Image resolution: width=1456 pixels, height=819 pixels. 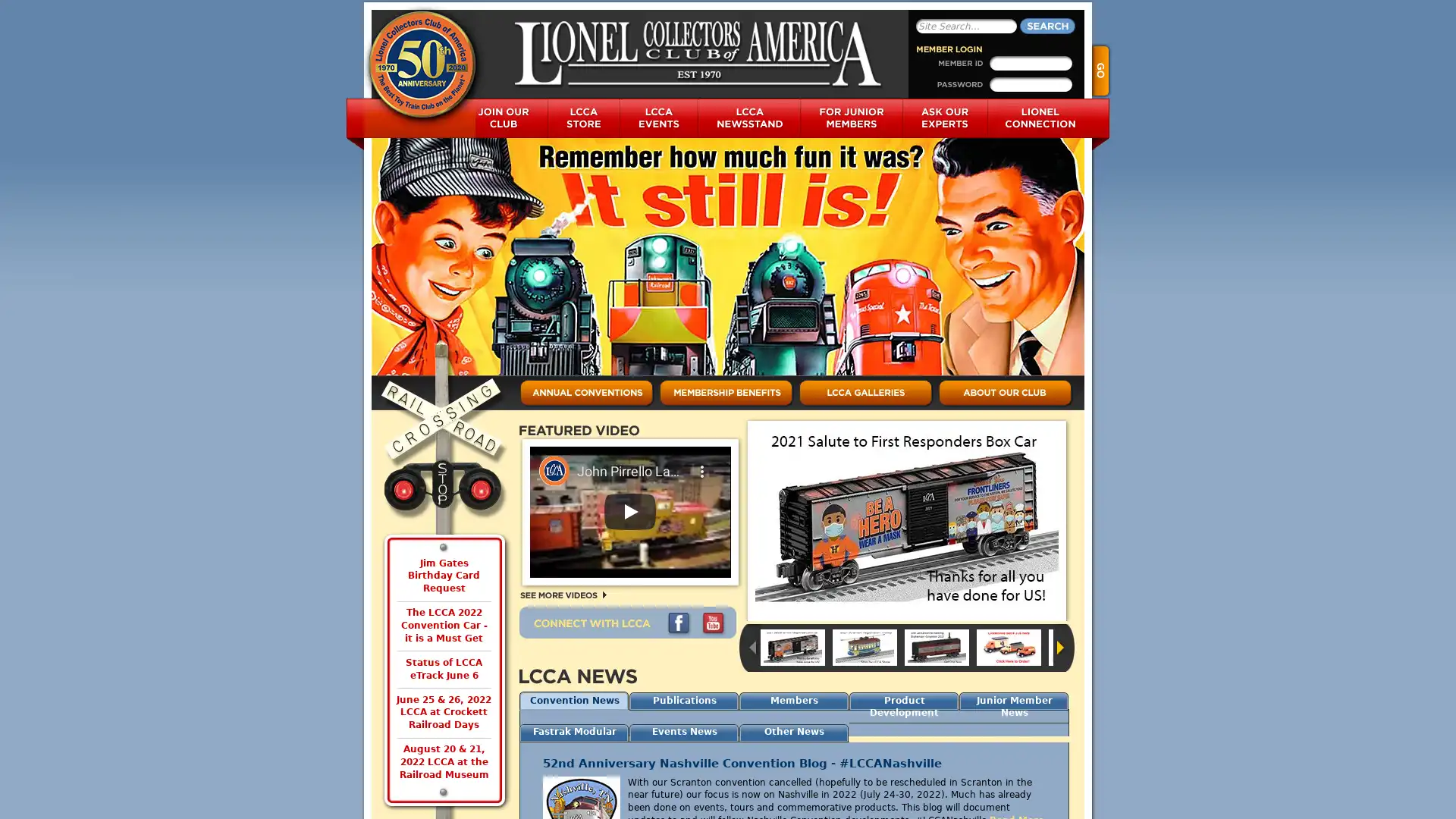 What do you see at coordinates (1102, 71) in the screenshot?
I see `Go` at bounding box center [1102, 71].